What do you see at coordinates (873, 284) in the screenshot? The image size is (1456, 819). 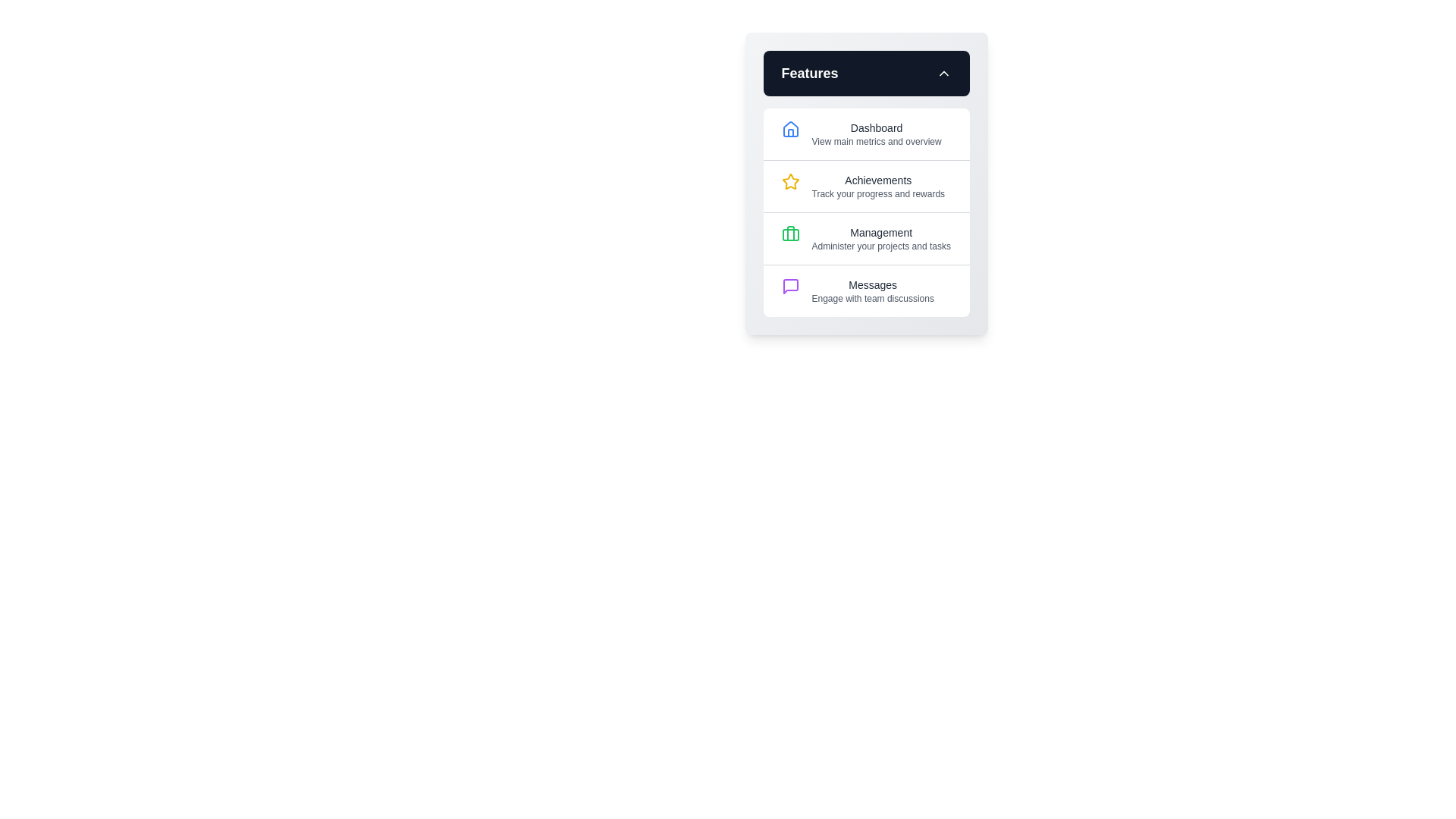 I see `text of the 'Messages' label, which is a selectable item in the vertical menu positioned below the 'Management' menu entry` at bounding box center [873, 284].